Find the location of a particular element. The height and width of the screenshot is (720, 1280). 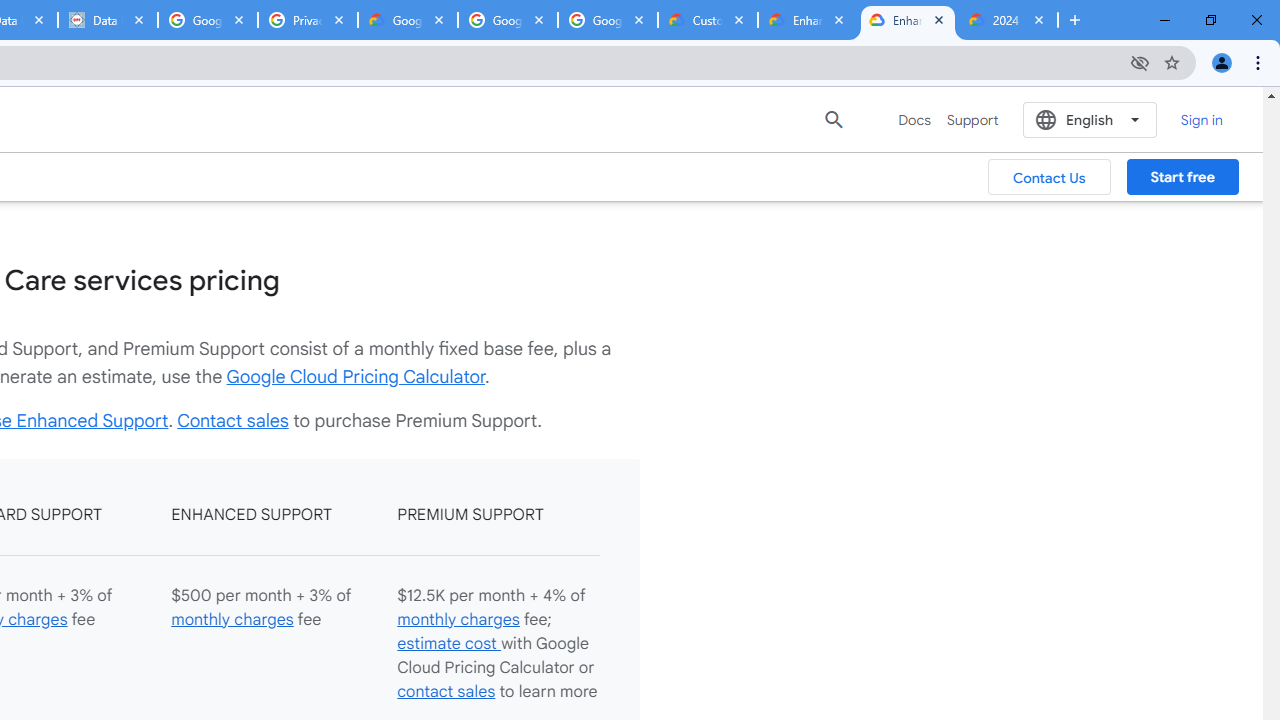

'You' is located at coordinates (1220, 61).